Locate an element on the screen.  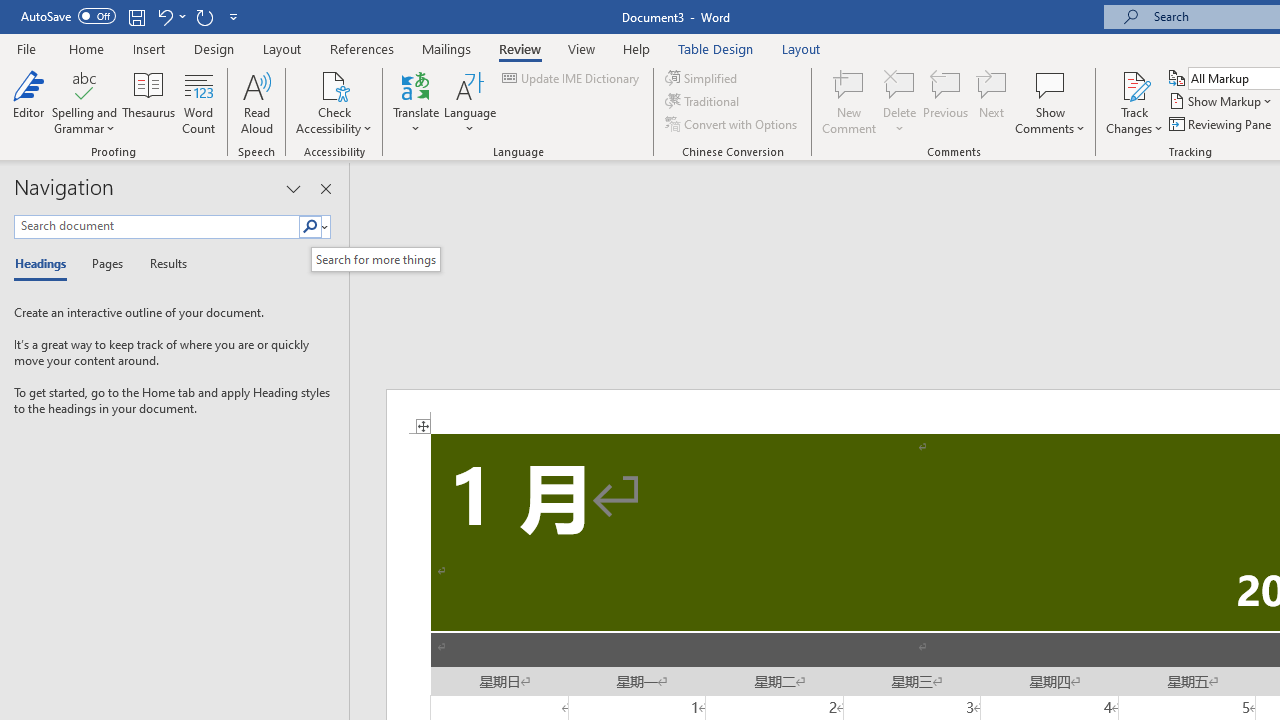
'Search for more things' is located at coordinates (376, 258).